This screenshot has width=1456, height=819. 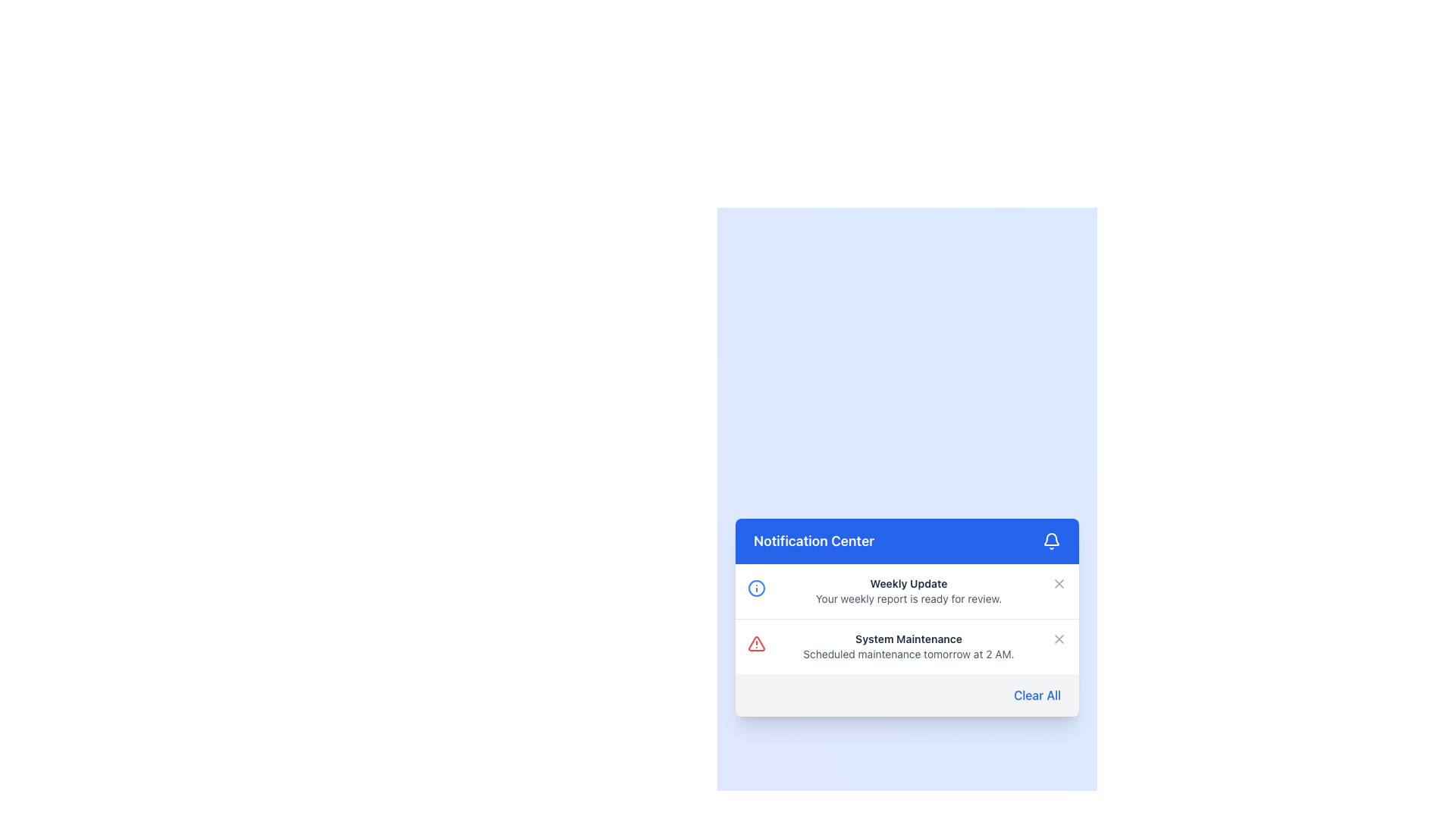 I want to click on the circular graphical indicator representing an information icon located at the center of the SVG component in the Notification Center interface, so click(x=757, y=587).